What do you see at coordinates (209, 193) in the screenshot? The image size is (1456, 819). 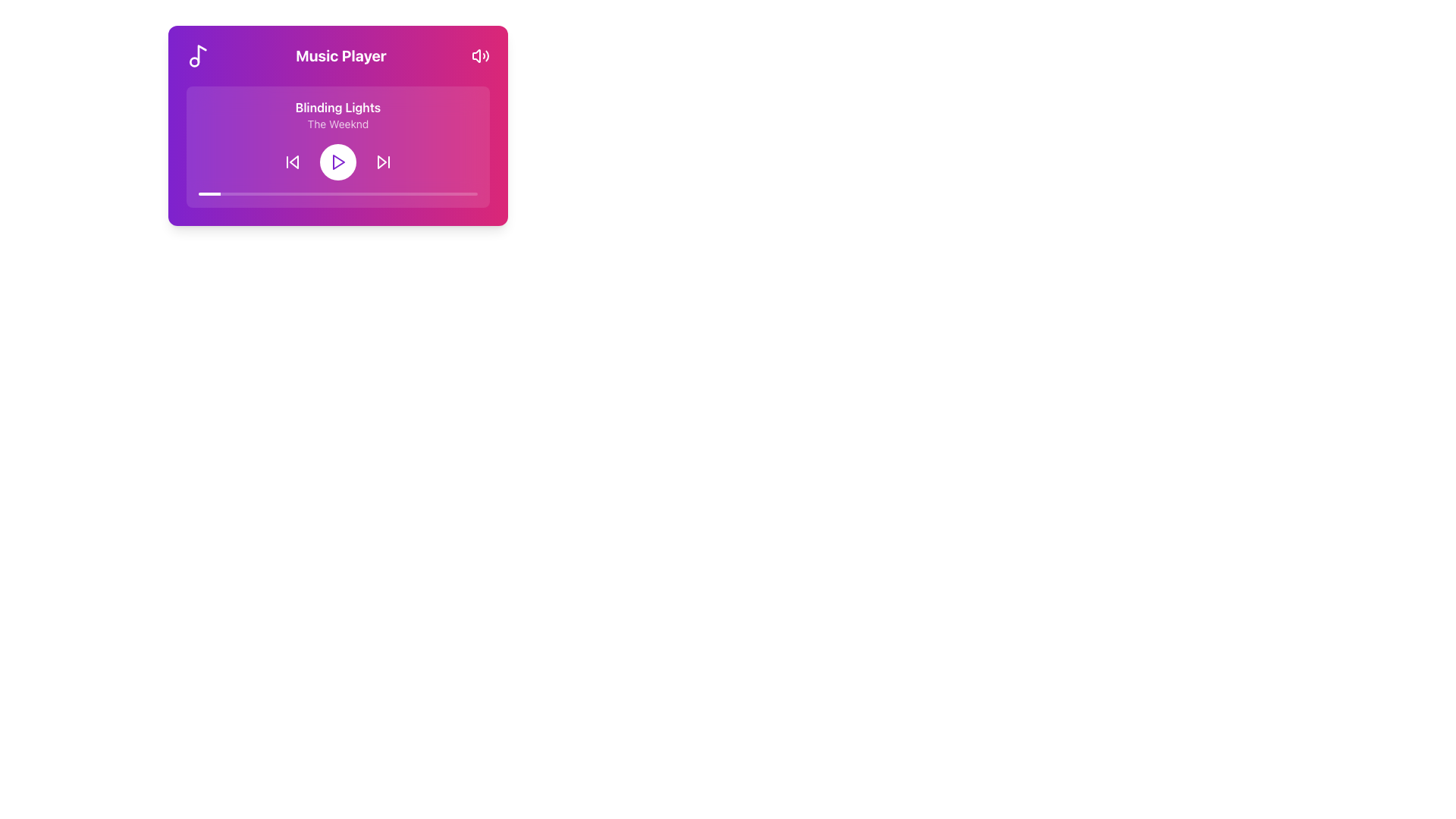 I see `the progress bar segment that represents the initial portion of the progression, located at the far-left edge of the progress bar` at bounding box center [209, 193].